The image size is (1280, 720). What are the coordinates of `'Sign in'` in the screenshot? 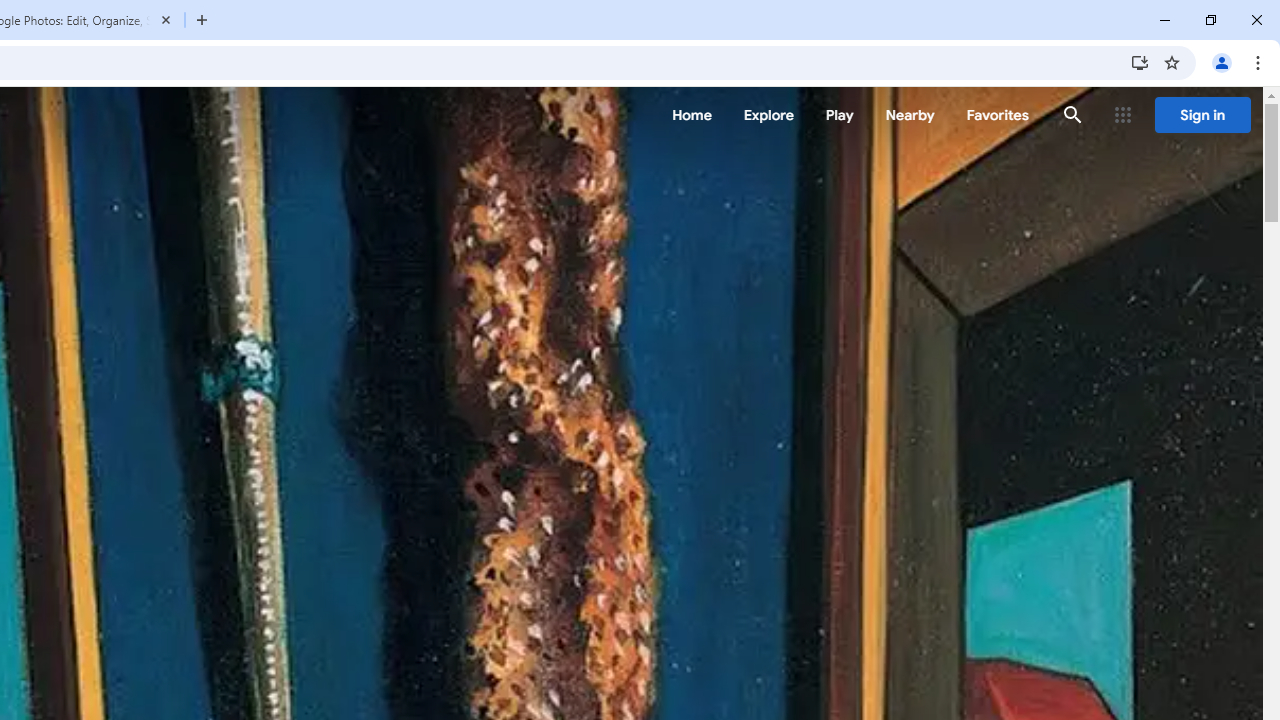 It's located at (1201, 115).